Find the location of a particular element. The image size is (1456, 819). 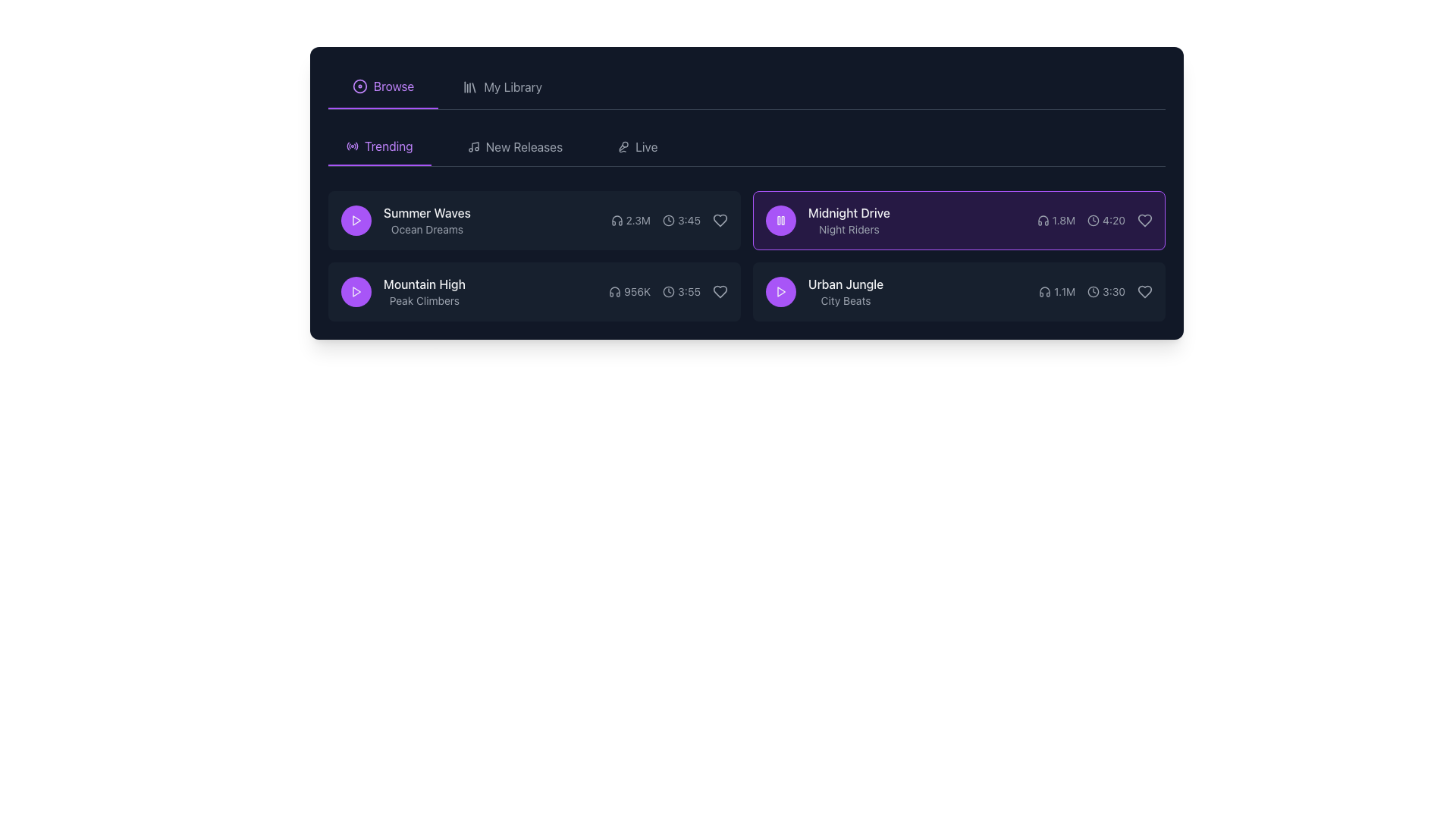

the 'favorite' or 'like' icon for the song 'Midnight Drive' by 'Night Riders' to change its color state to purple is located at coordinates (1145, 220).